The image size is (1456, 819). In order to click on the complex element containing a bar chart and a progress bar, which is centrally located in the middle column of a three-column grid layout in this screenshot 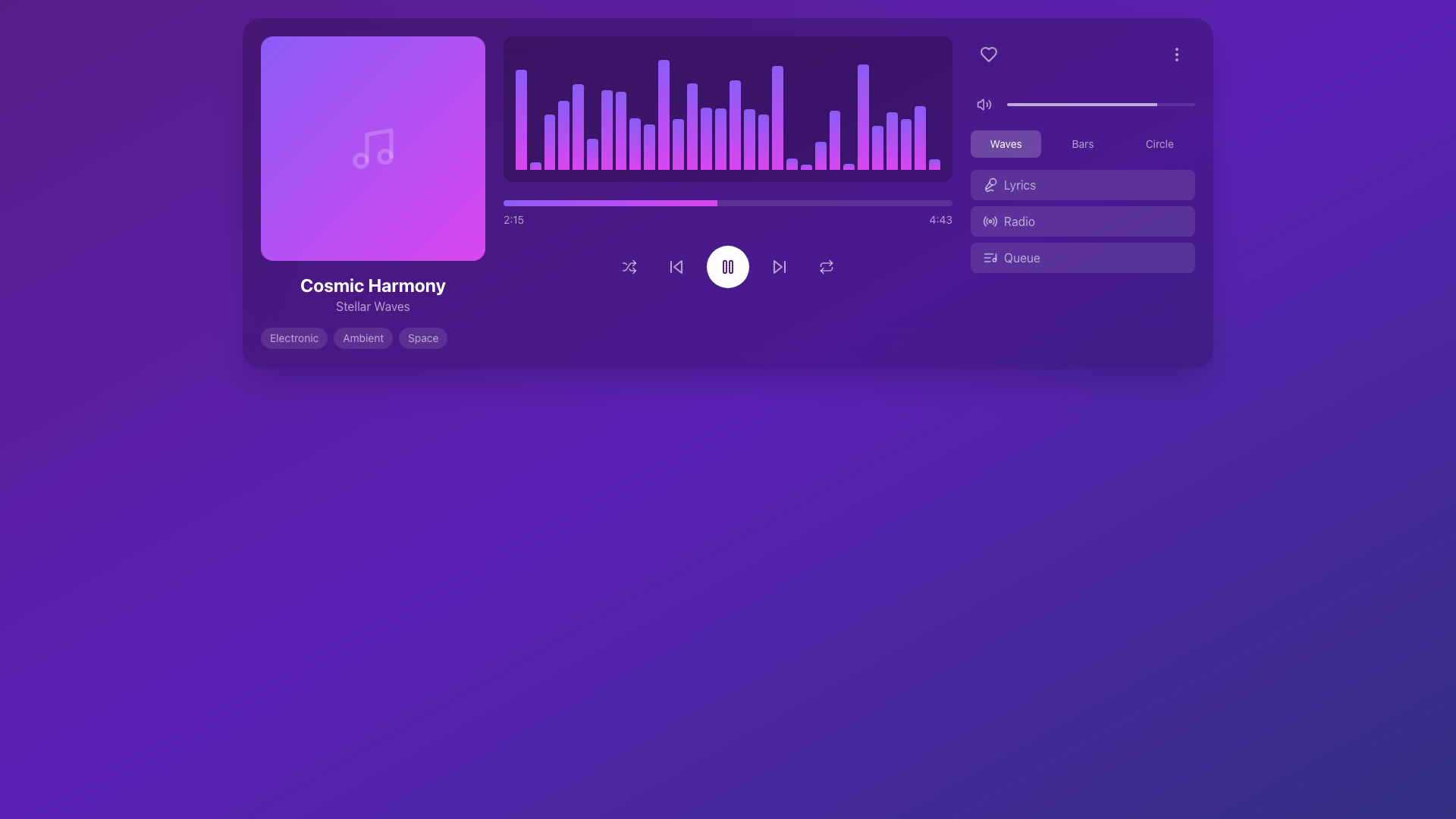, I will do `click(728, 192)`.